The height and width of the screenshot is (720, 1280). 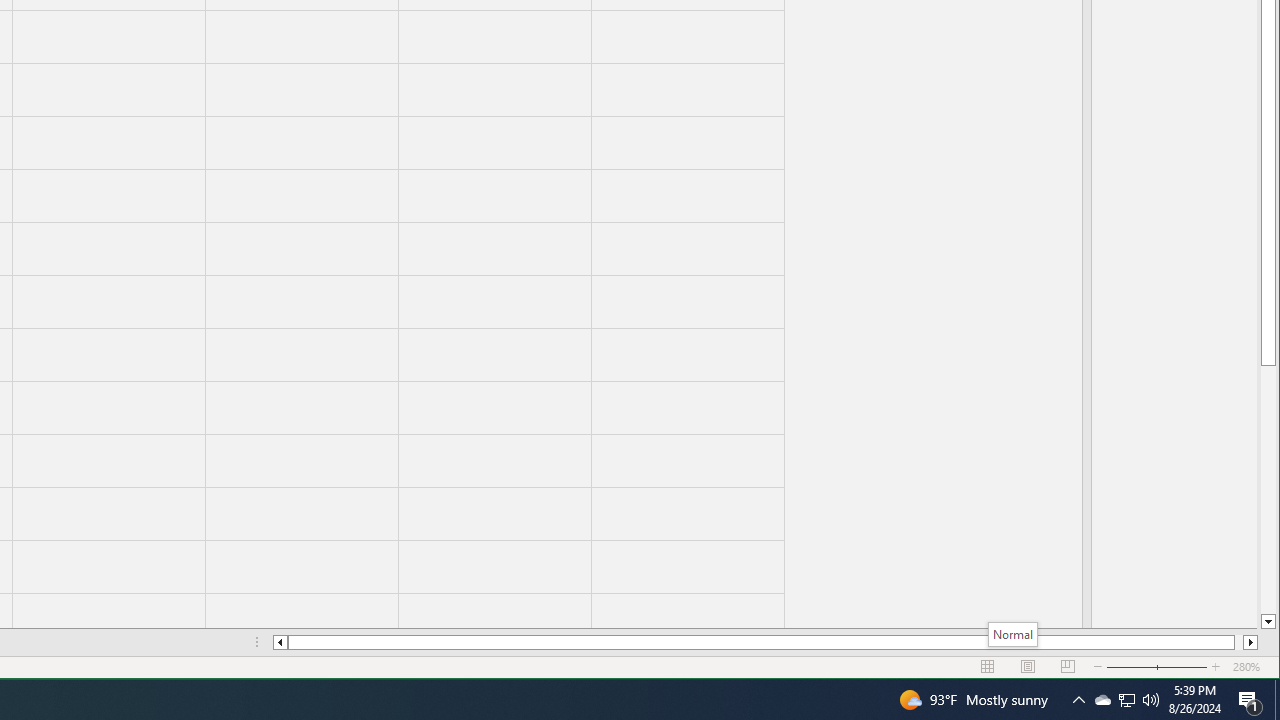 I want to click on 'Column right', so click(x=1250, y=642).